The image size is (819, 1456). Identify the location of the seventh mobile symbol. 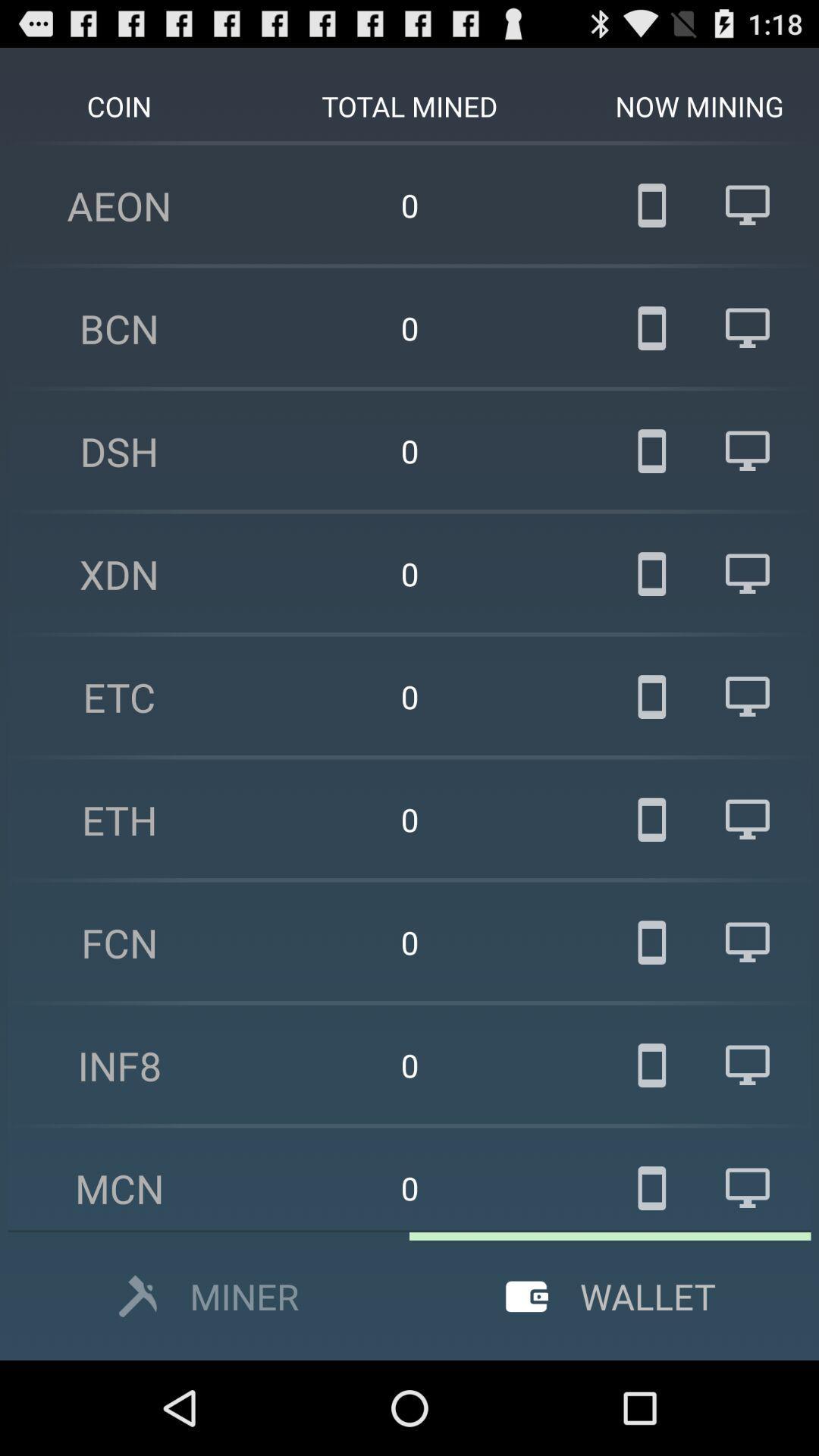
(651, 942).